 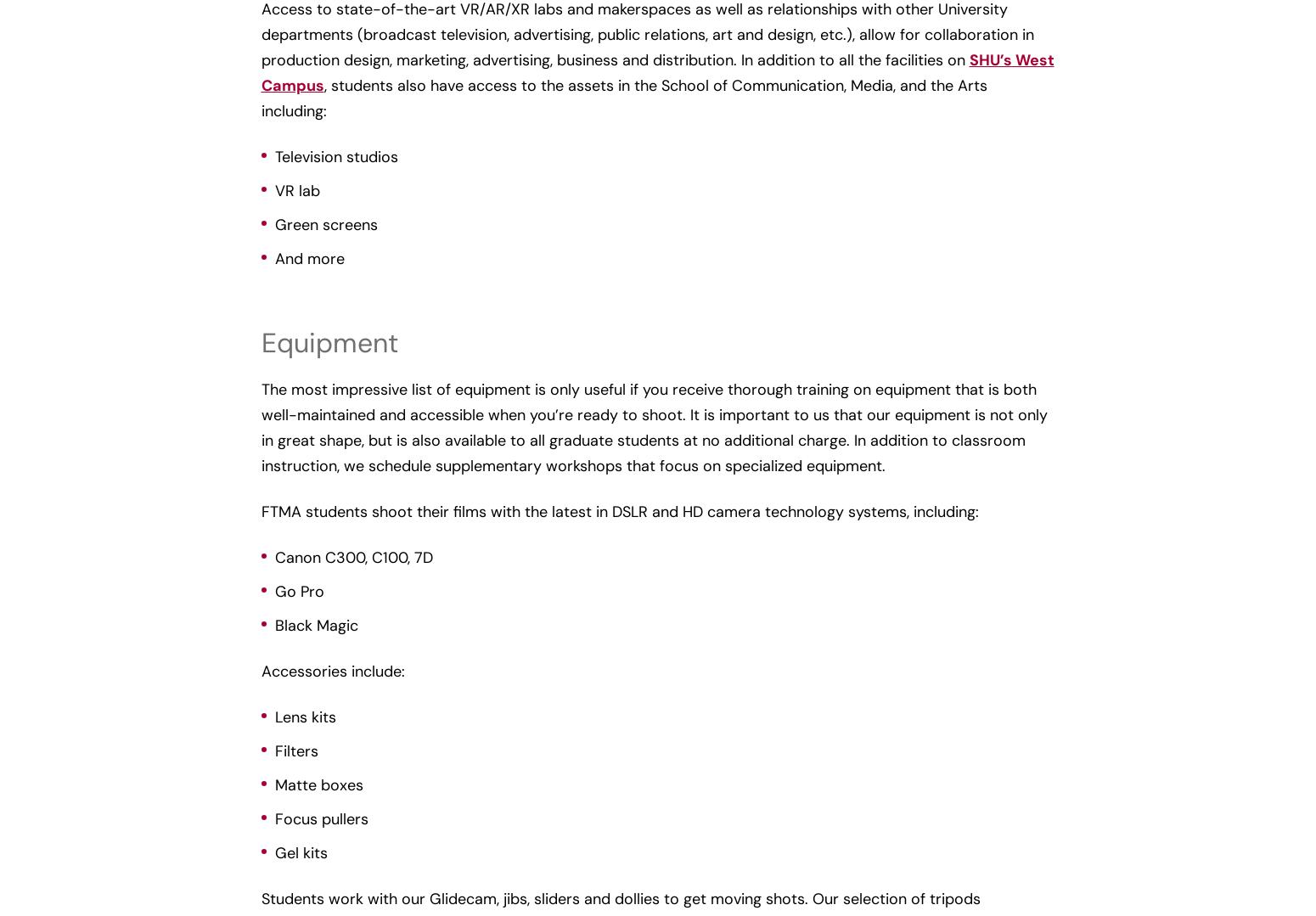 What do you see at coordinates (300, 852) in the screenshot?
I see `'Gel kits'` at bounding box center [300, 852].